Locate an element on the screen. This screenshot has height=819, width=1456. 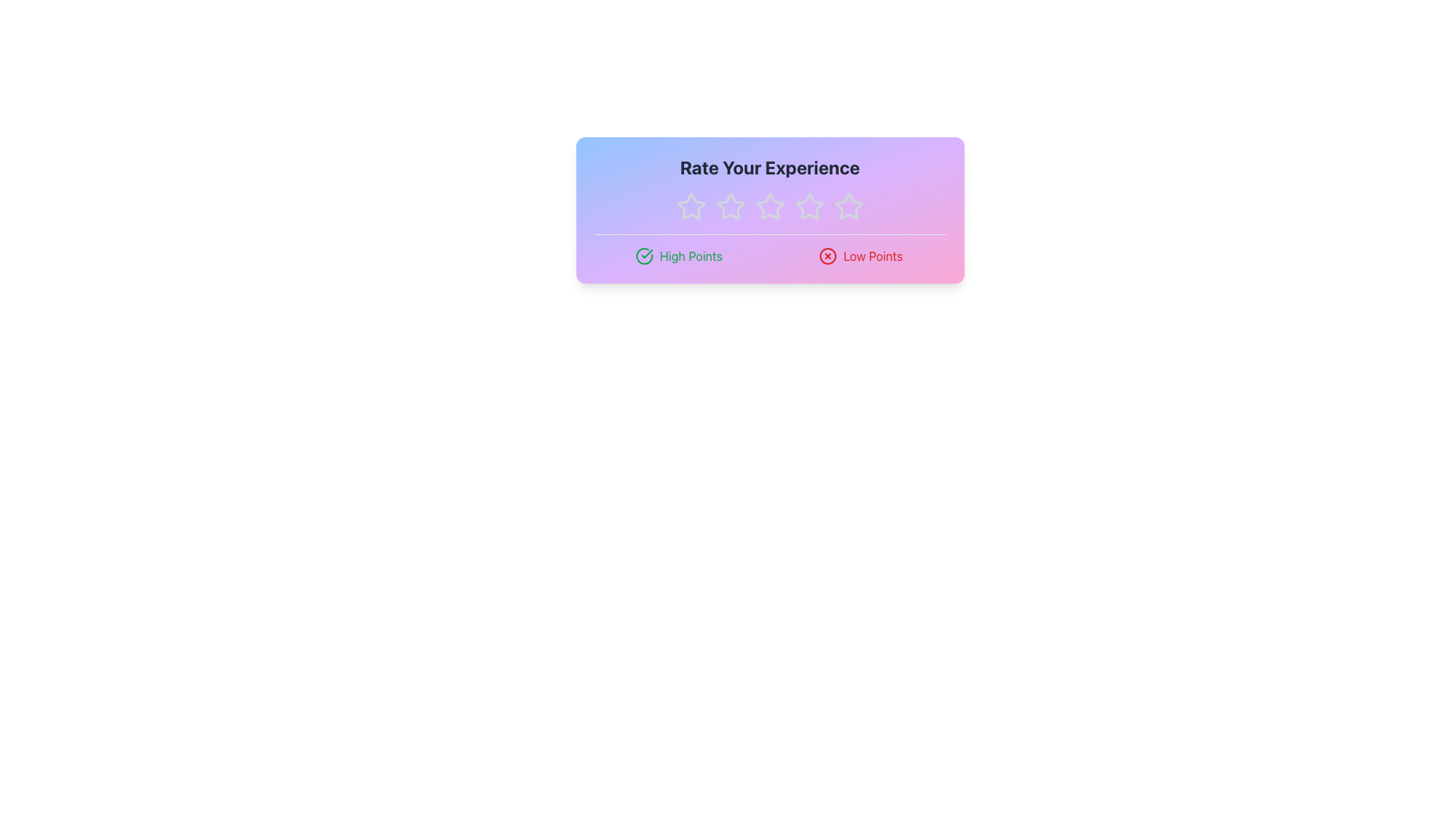
the first star-shaped button in the rating component is located at coordinates (690, 207).